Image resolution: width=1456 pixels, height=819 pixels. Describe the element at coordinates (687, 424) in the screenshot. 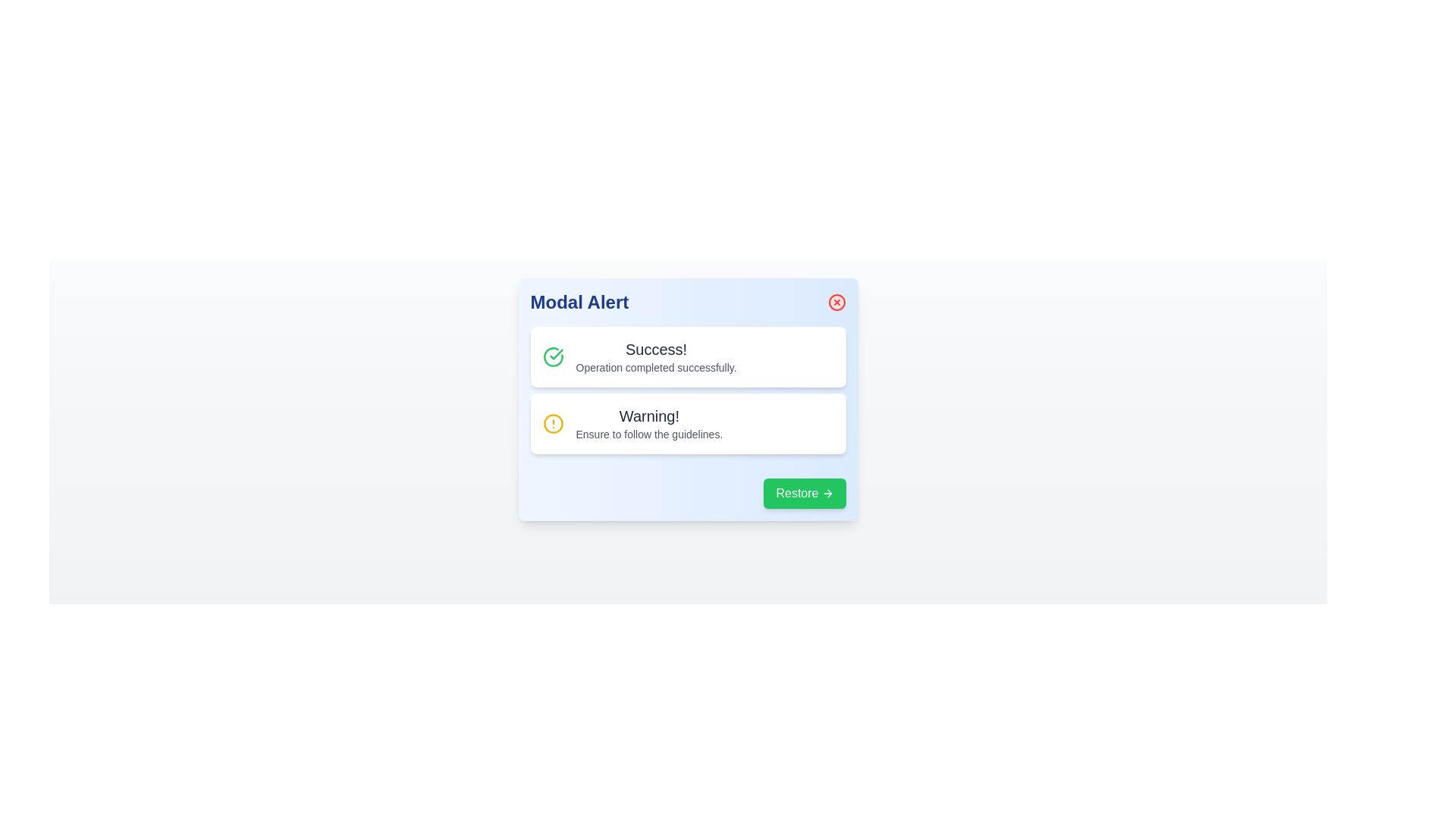

I see `the Notification box with bold text 'Warning!' and instructional text 'Ensure to follow the guidelines.'` at that location.